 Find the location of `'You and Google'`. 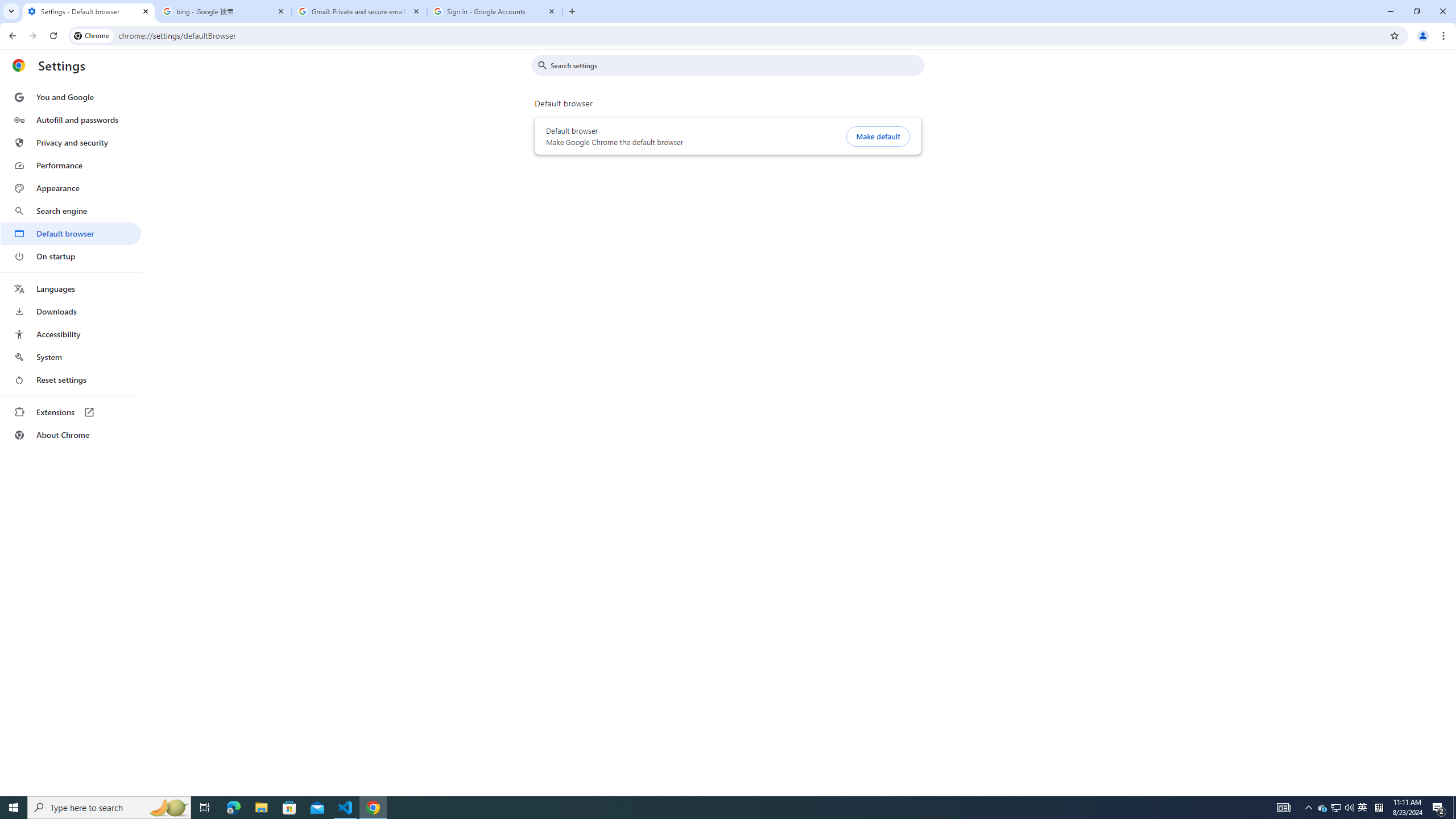

'You and Google' is located at coordinates (70, 97).